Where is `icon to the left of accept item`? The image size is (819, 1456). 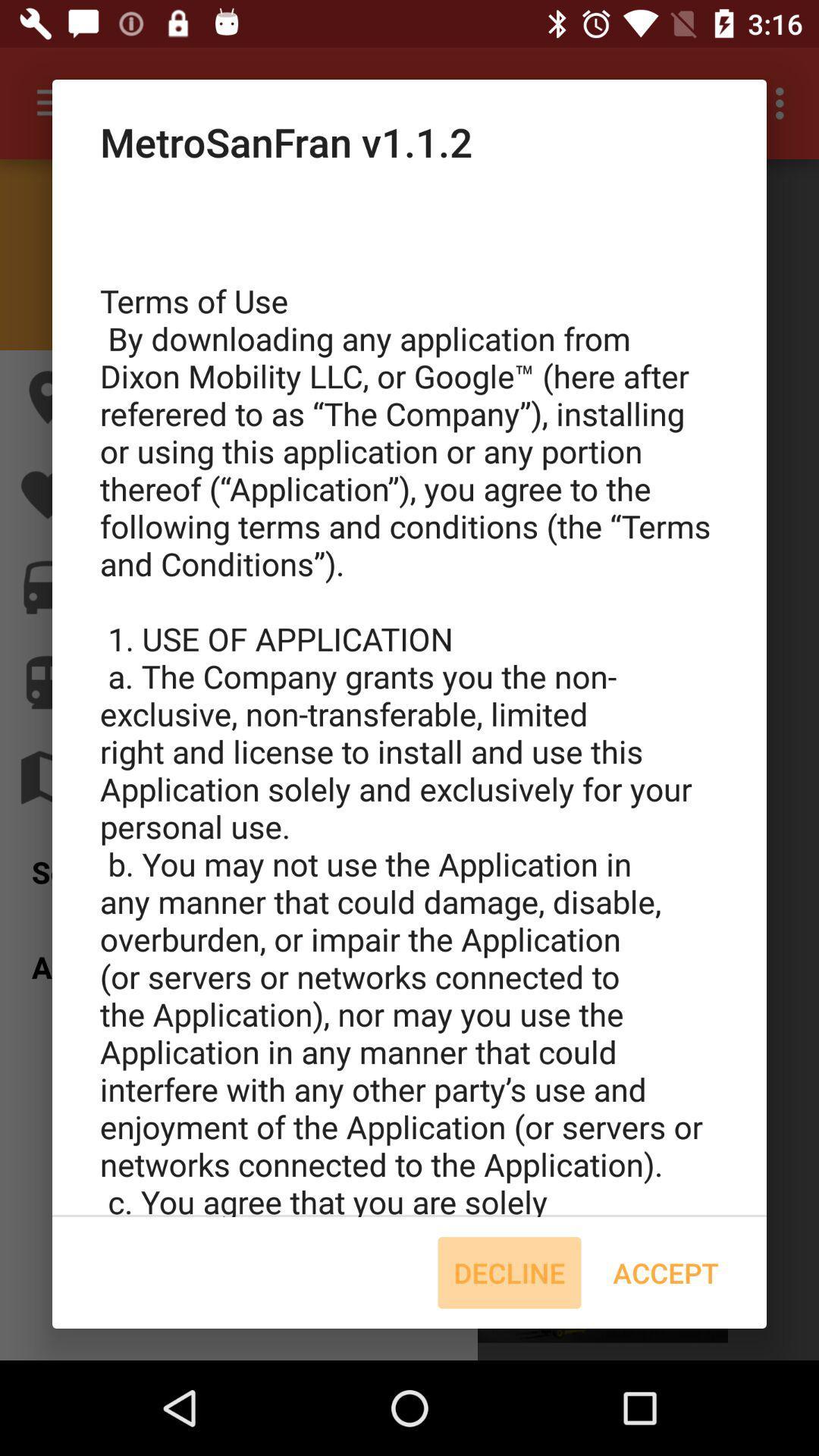 icon to the left of accept item is located at coordinates (509, 1272).